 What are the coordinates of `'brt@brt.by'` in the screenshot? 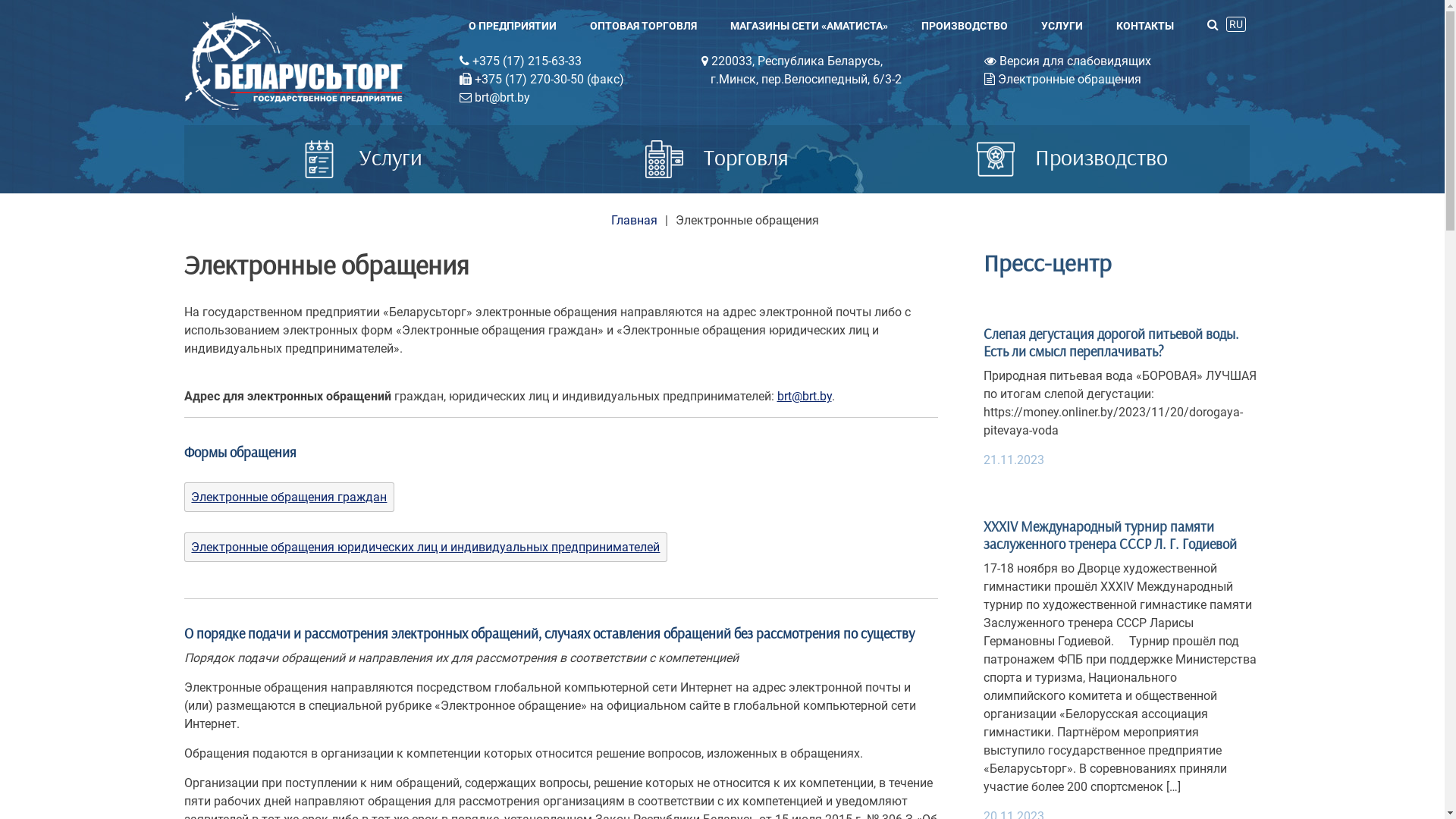 It's located at (803, 395).